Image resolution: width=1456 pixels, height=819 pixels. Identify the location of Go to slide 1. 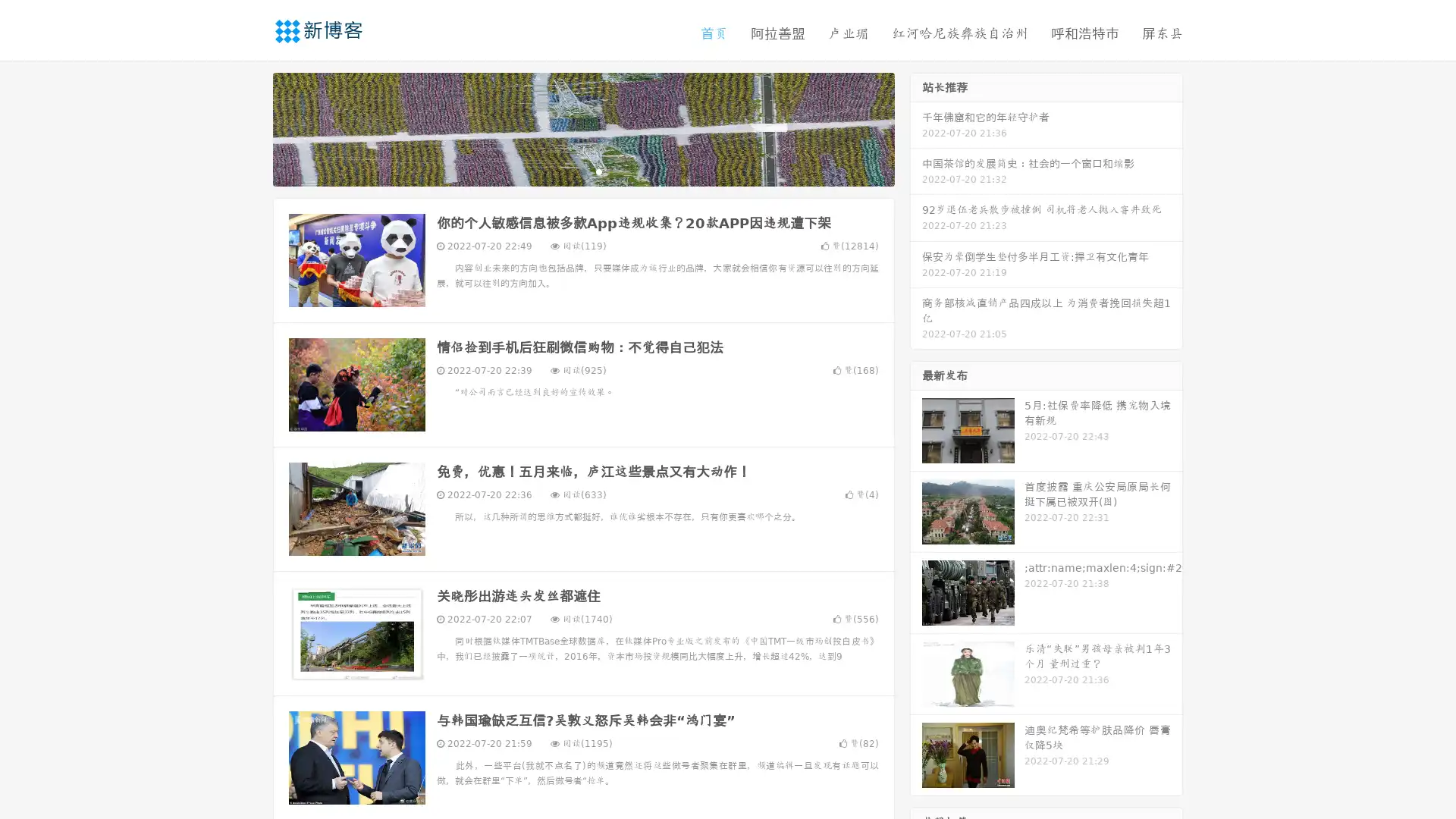
(567, 171).